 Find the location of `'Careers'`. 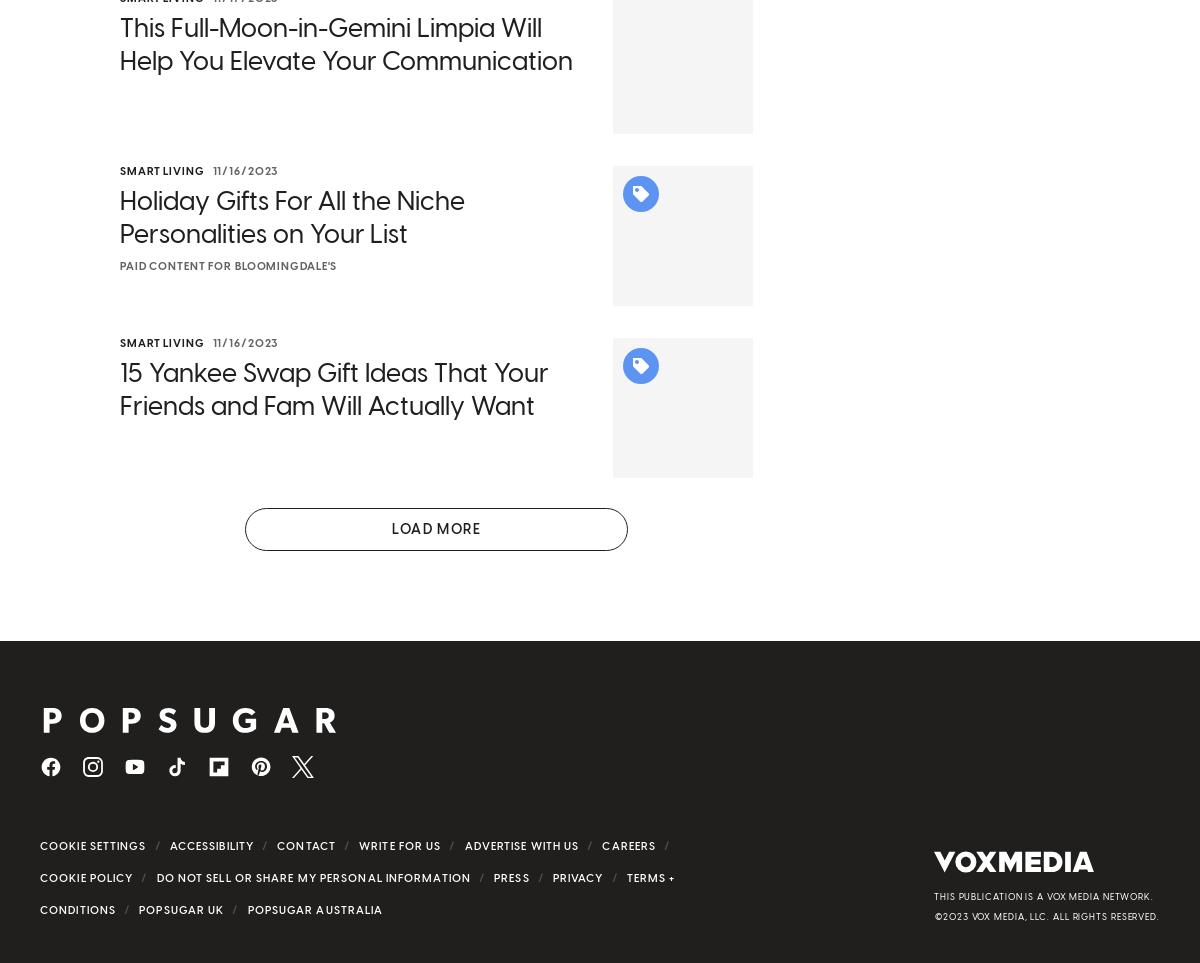

'Careers' is located at coordinates (629, 873).